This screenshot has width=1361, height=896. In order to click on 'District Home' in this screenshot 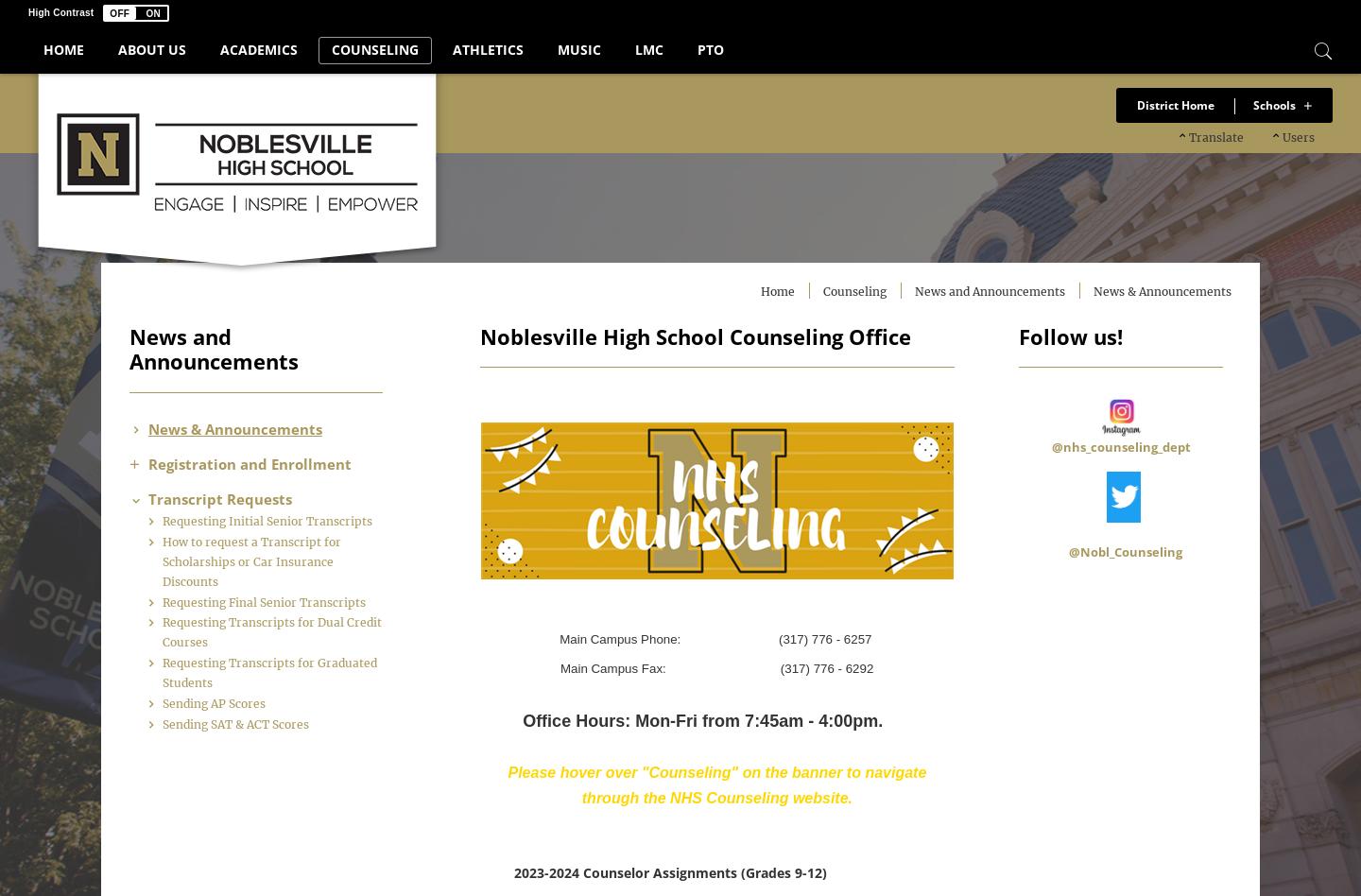, I will do `click(1175, 105)`.